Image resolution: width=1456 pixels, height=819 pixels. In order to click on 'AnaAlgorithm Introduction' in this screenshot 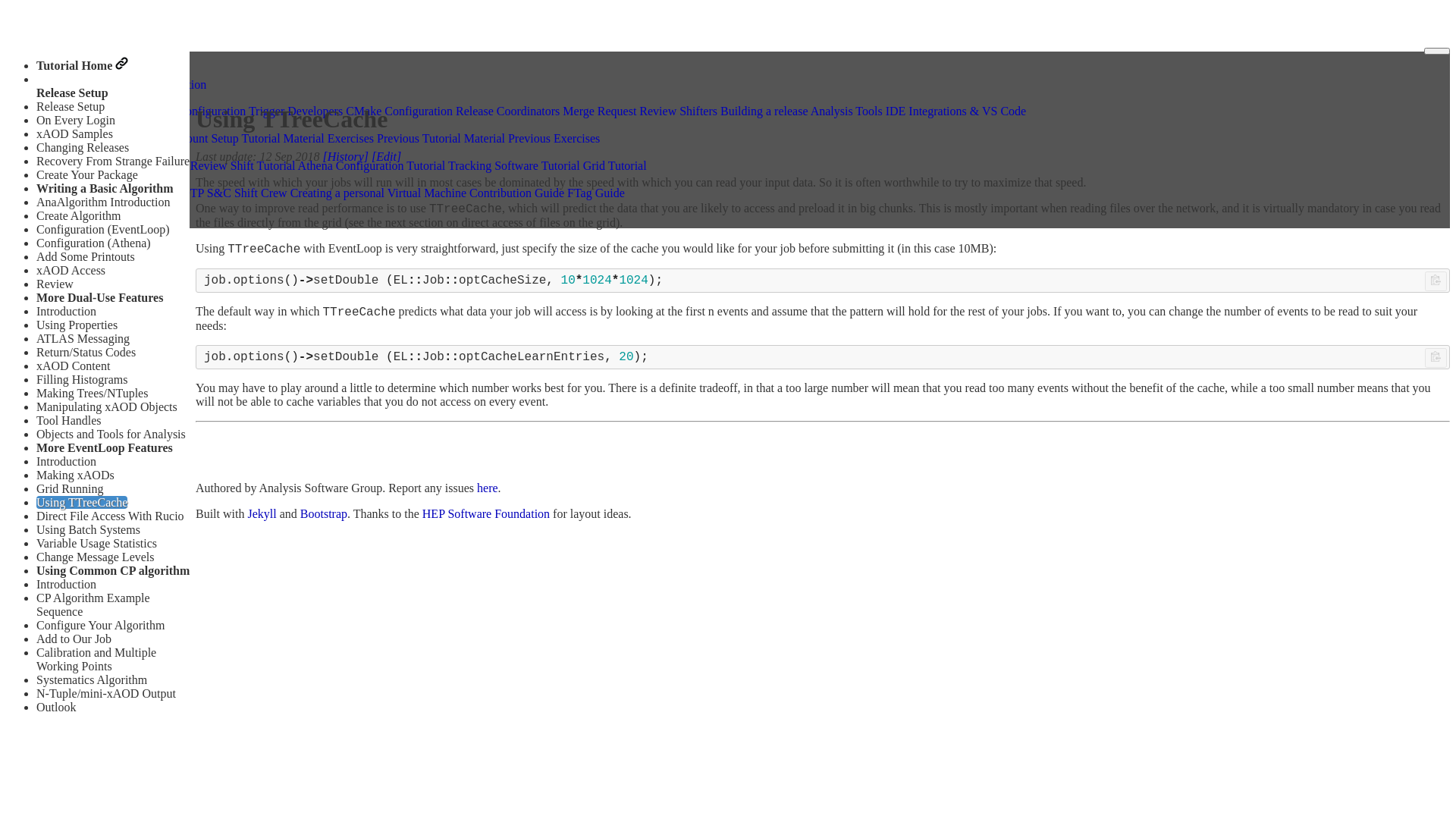, I will do `click(102, 201)`.